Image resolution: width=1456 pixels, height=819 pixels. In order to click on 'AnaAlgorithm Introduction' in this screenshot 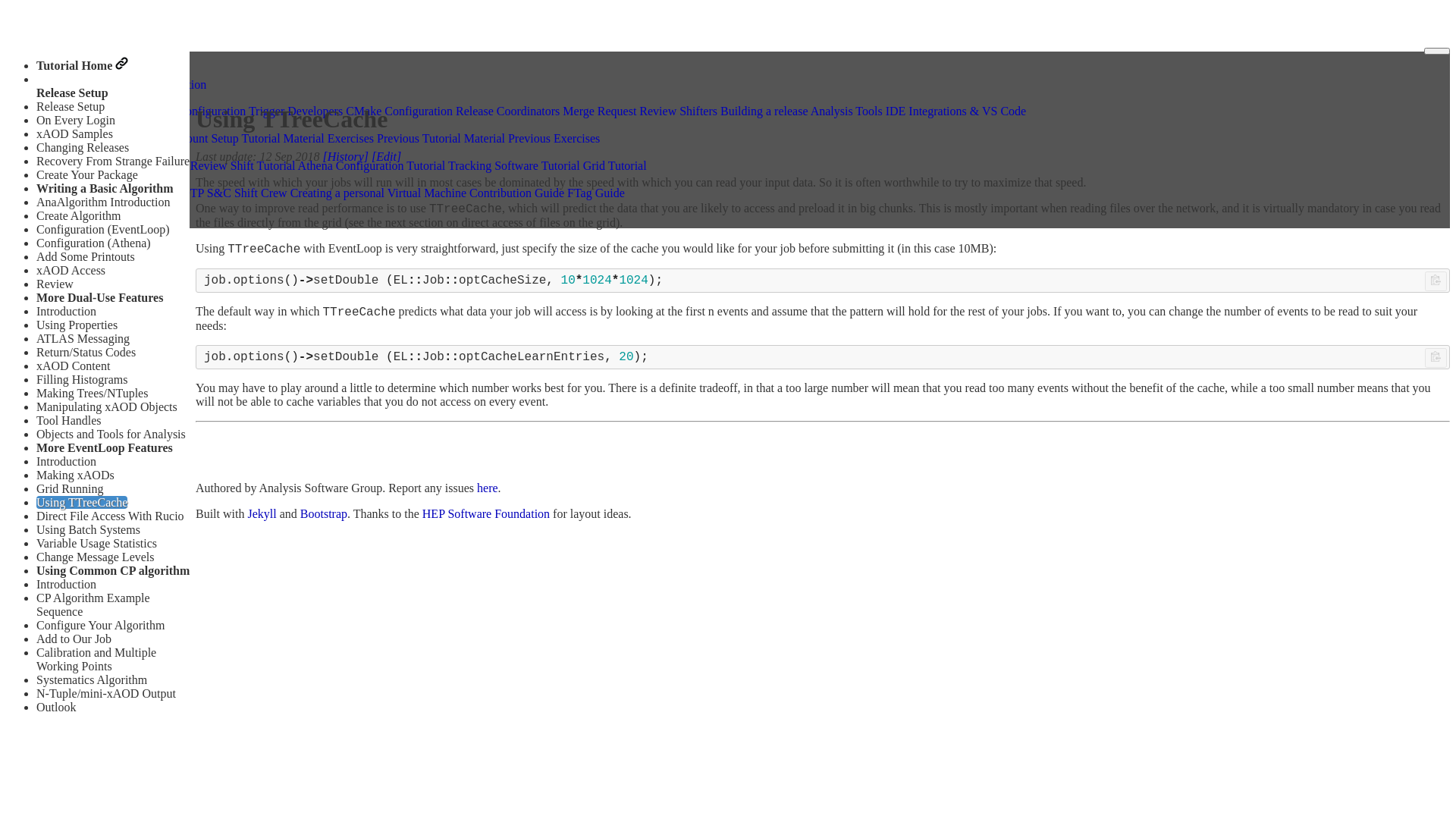, I will do `click(102, 201)`.